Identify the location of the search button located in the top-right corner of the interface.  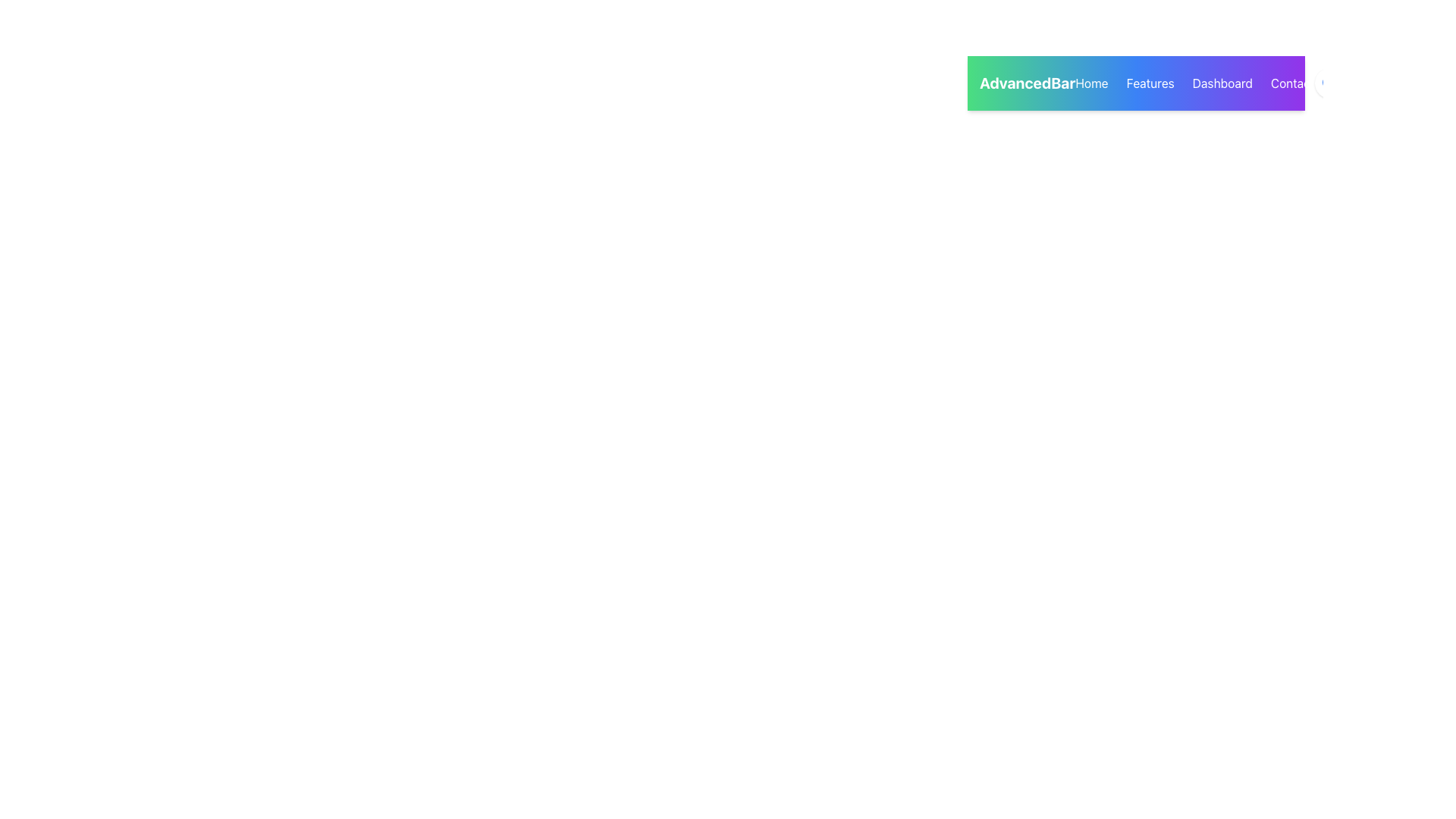
(1329, 83).